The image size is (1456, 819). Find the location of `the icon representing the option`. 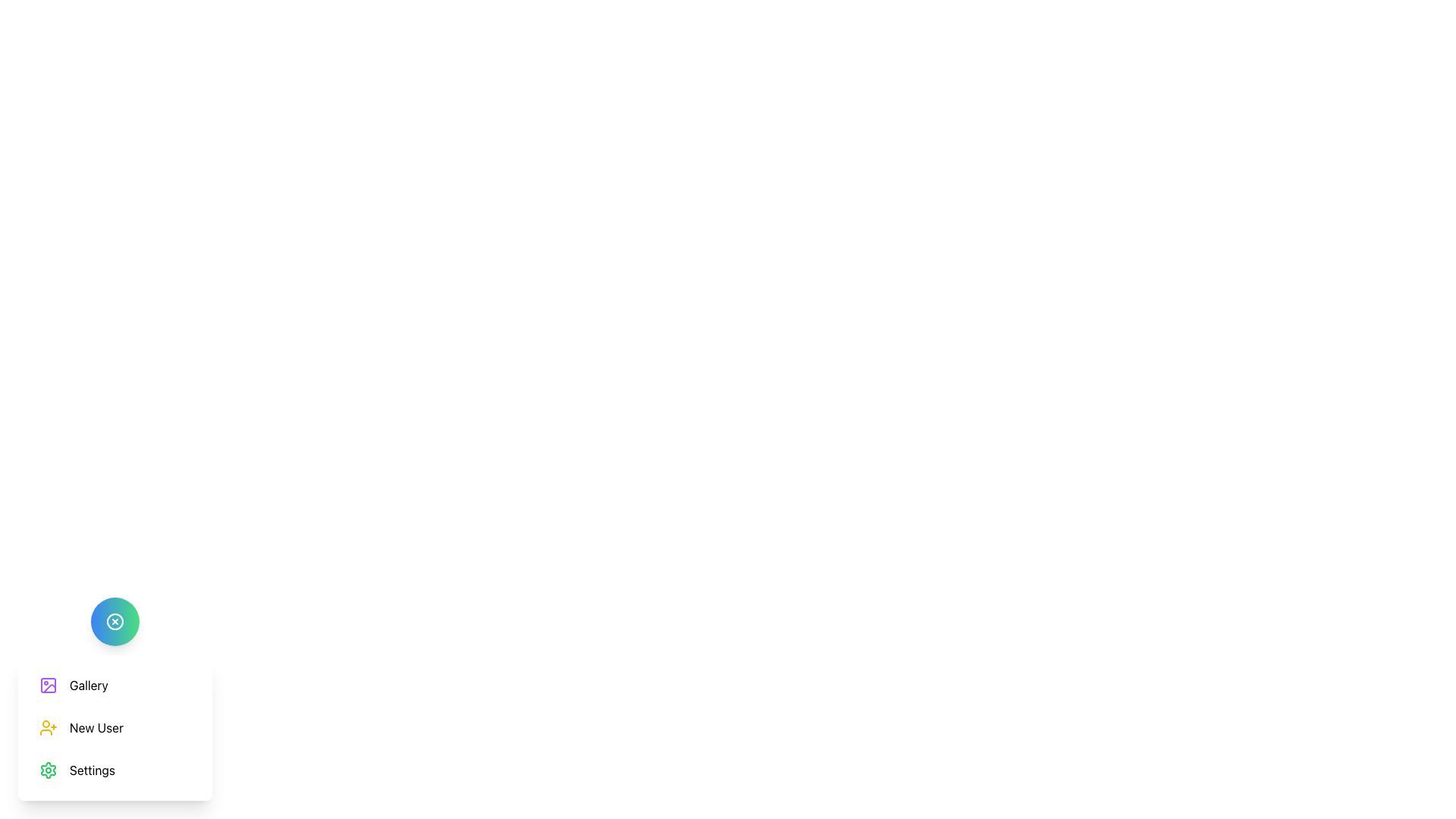

the icon representing the option is located at coordinates (48, 727).